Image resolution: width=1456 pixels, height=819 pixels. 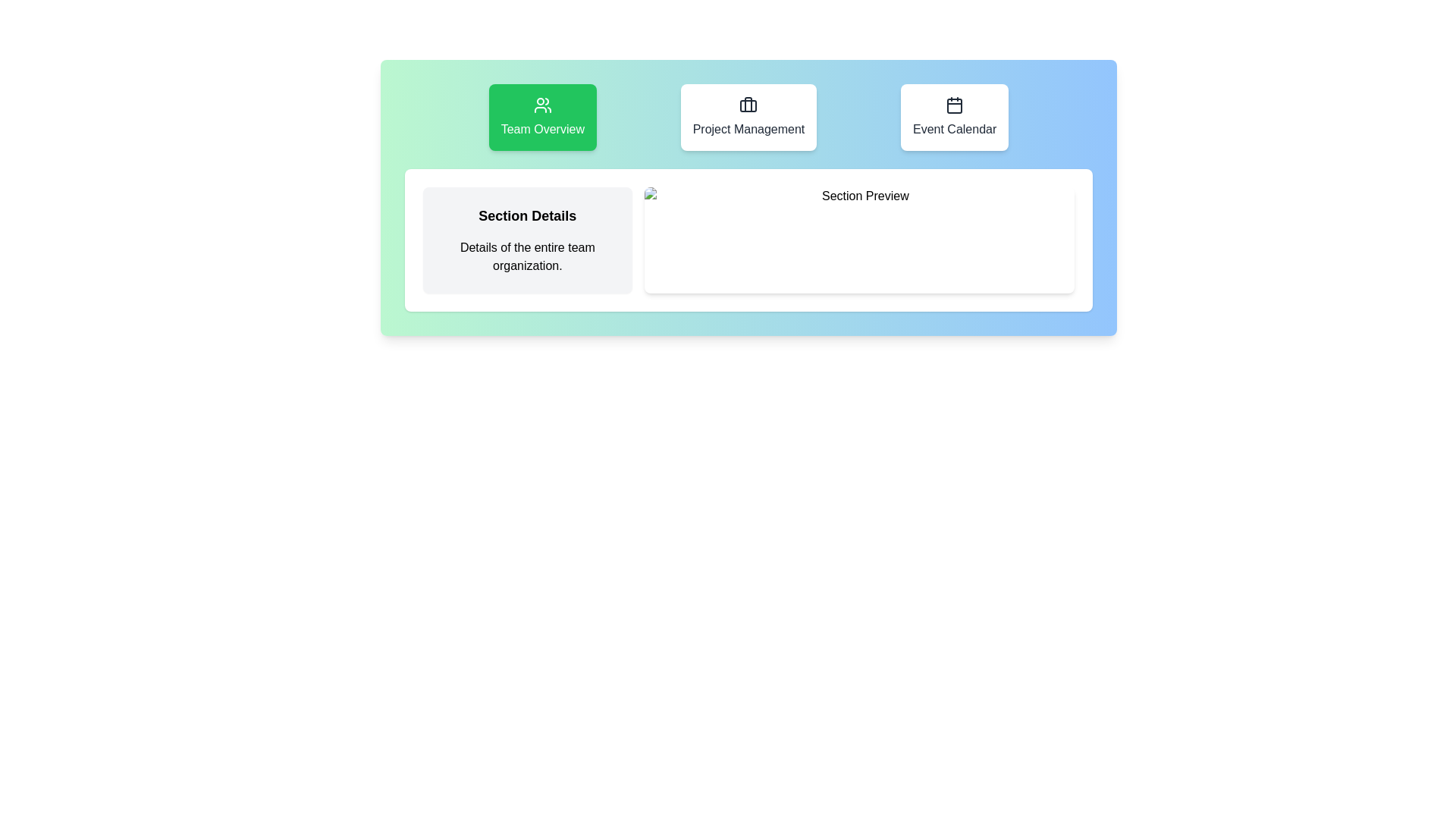 I want to click on the 'Event Calendar' button, which is the third button in a group of three, located at the top-right section of the interface to change its background color, so click(x=954, y=116).